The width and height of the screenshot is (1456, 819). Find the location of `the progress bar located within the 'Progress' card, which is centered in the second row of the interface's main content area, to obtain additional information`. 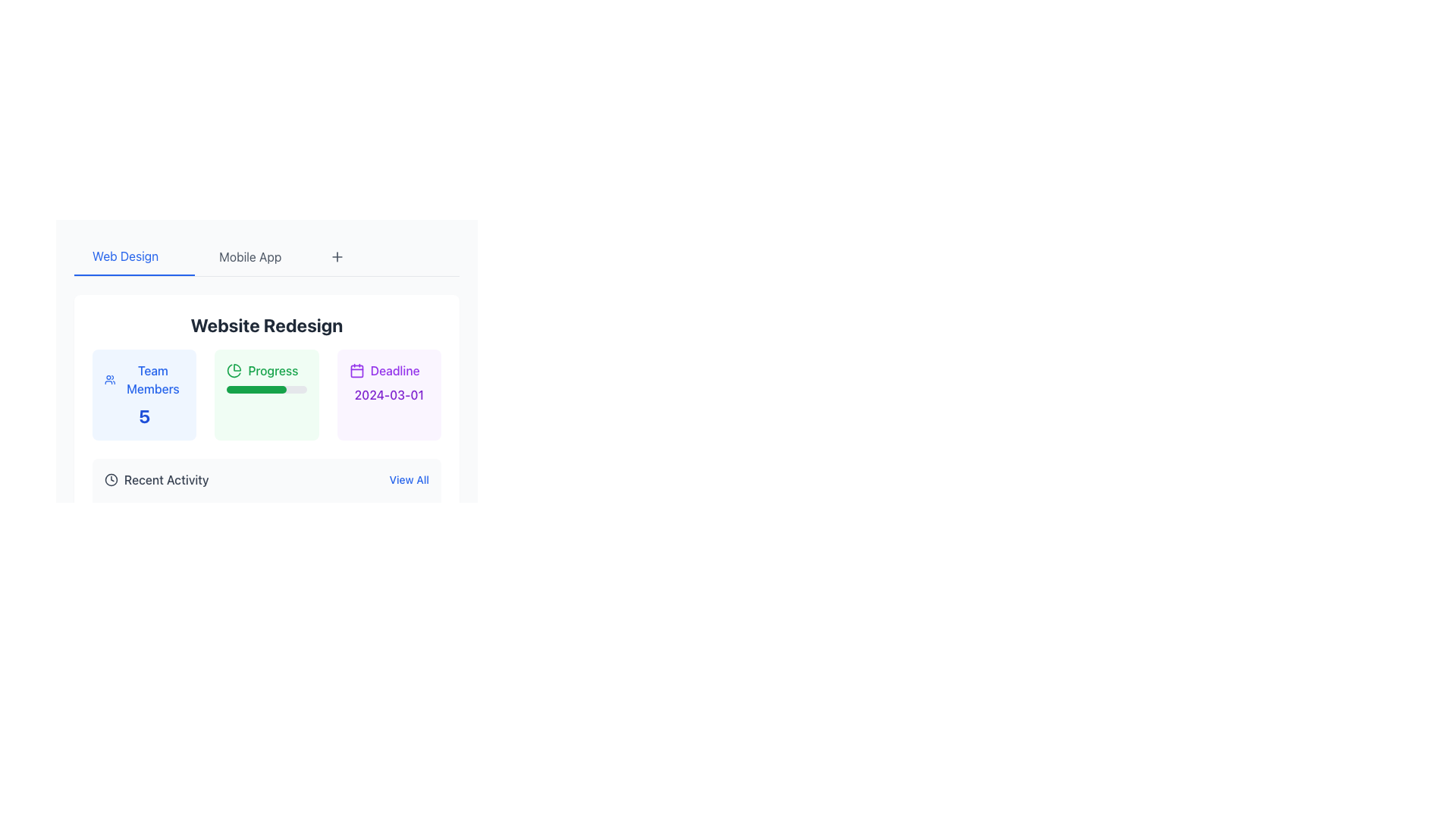

the progress bar located within the 'Progress' card, which is centered in the second row of the interface's main content area, to obtain additional information is located at coordinates (266, 388).